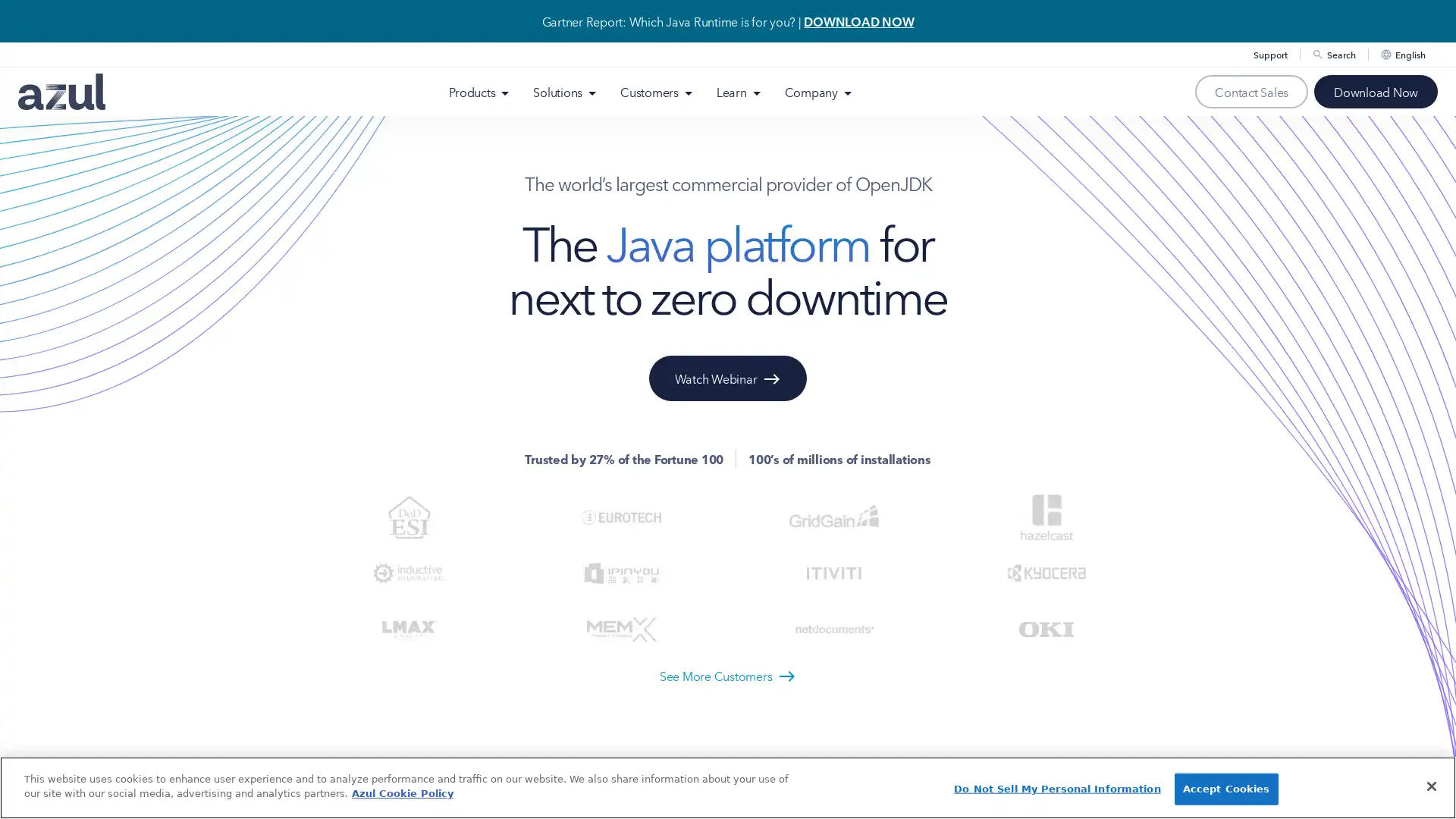  What do you see at coordinates (1430, 785) in the screenshot?
I see `Close` at bounding box center [1430, 785].